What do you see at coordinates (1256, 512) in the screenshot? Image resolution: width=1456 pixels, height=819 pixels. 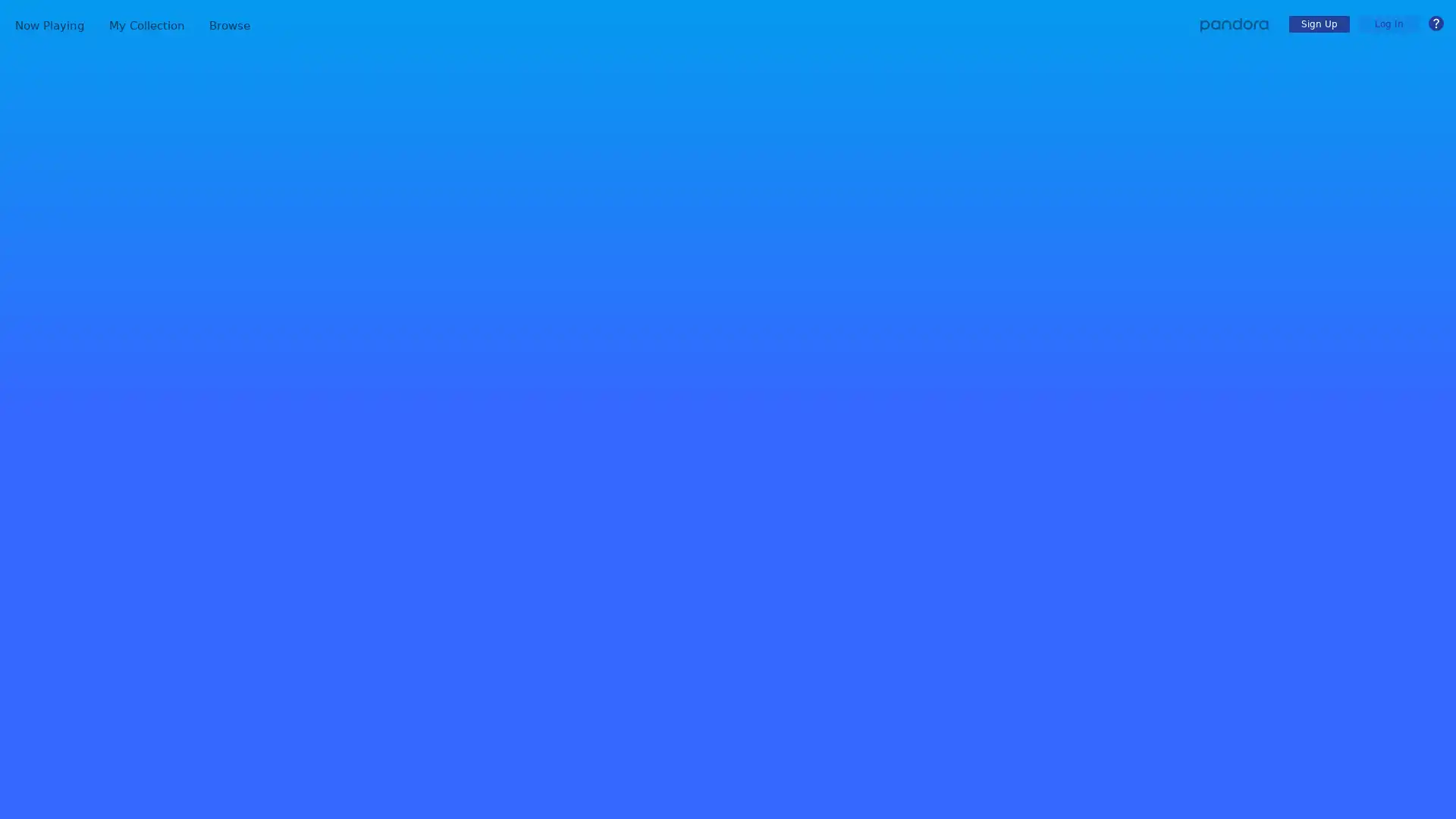 I see `44:52` at bounding box center [1256, 512].